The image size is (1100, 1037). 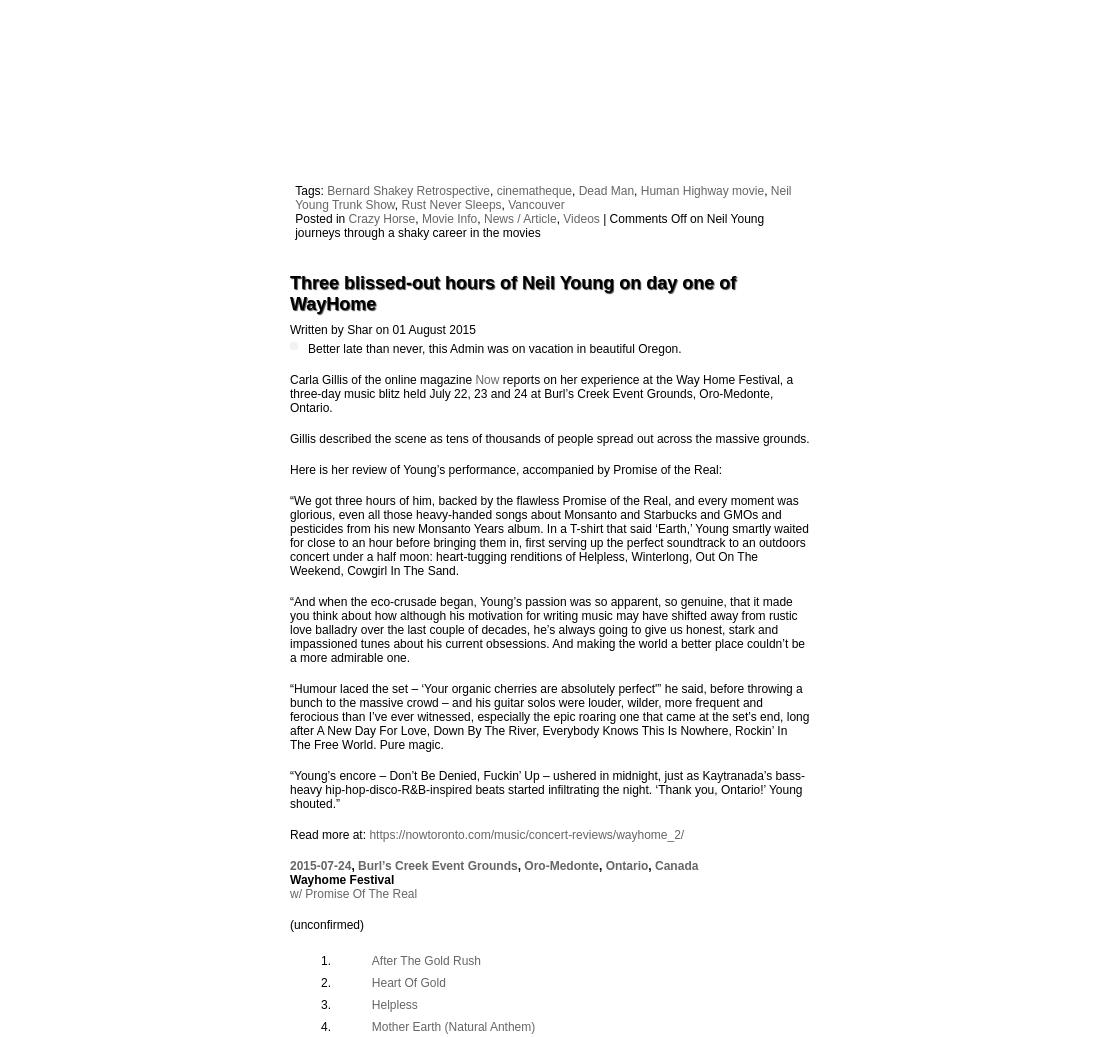 What do you see at coordinates (560, 864) in the screenshot?
I see `'Oro-Medonte'` at bounding box center [560, 864].